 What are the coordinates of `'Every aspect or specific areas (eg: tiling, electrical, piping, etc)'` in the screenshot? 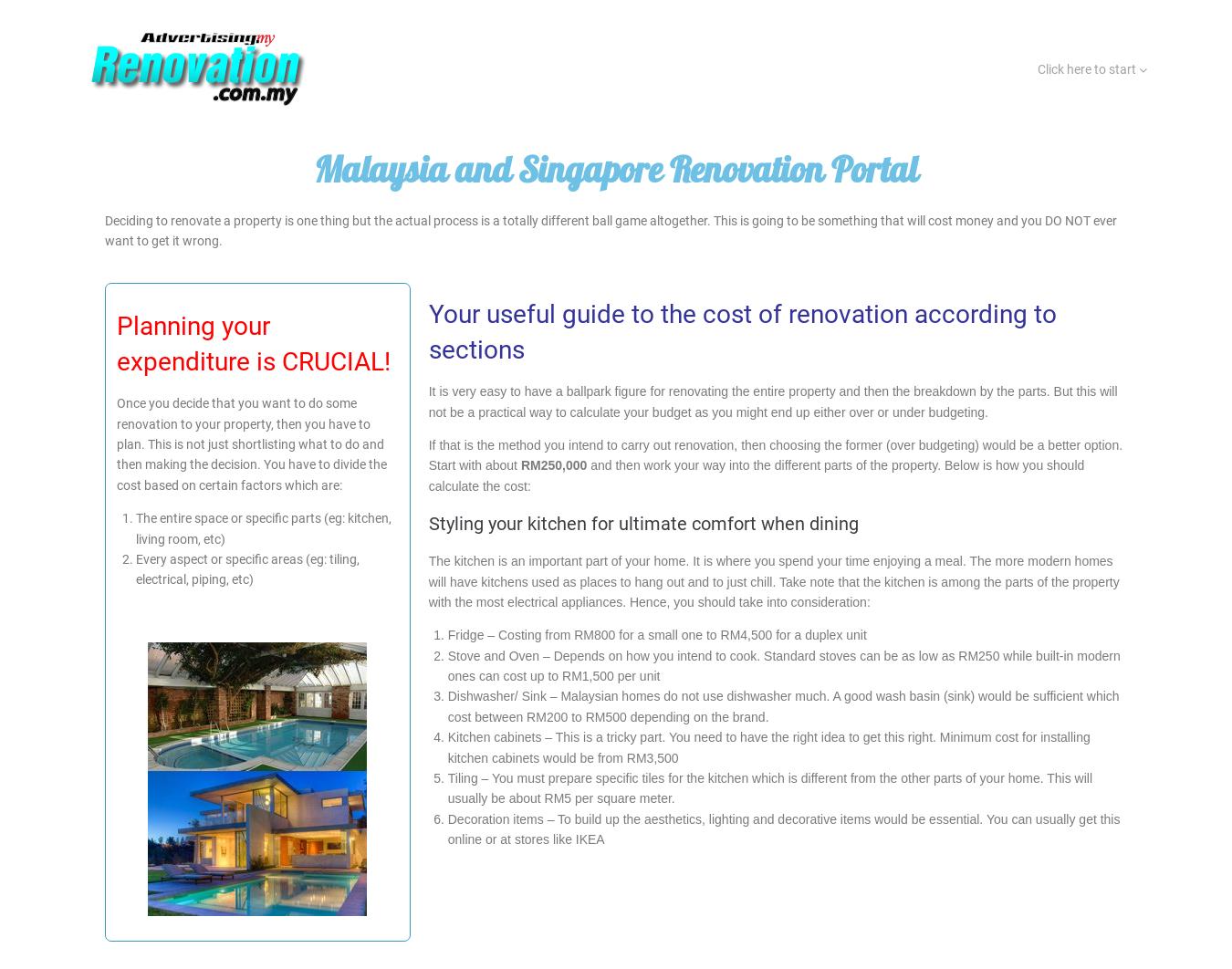 It's located at (136, 568).